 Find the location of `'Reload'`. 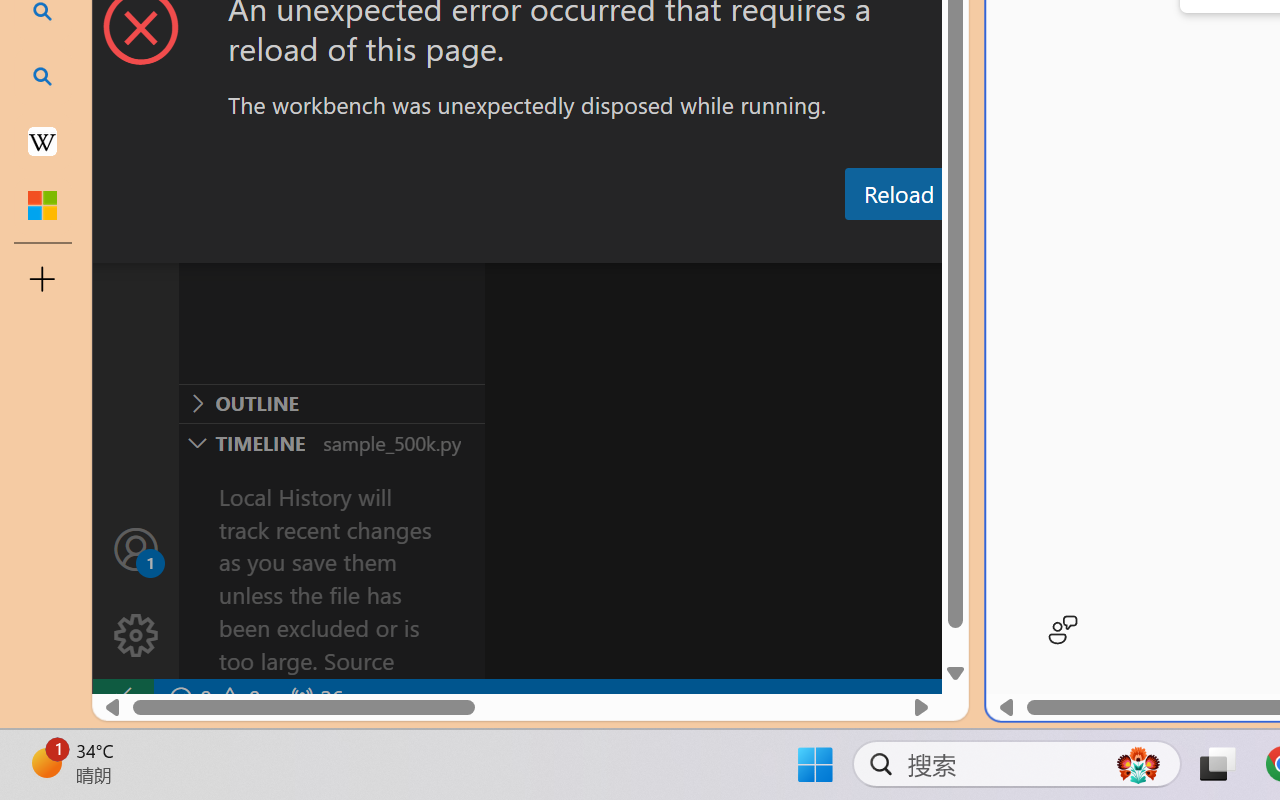

'Reload' is located at coordinates (897, 192).